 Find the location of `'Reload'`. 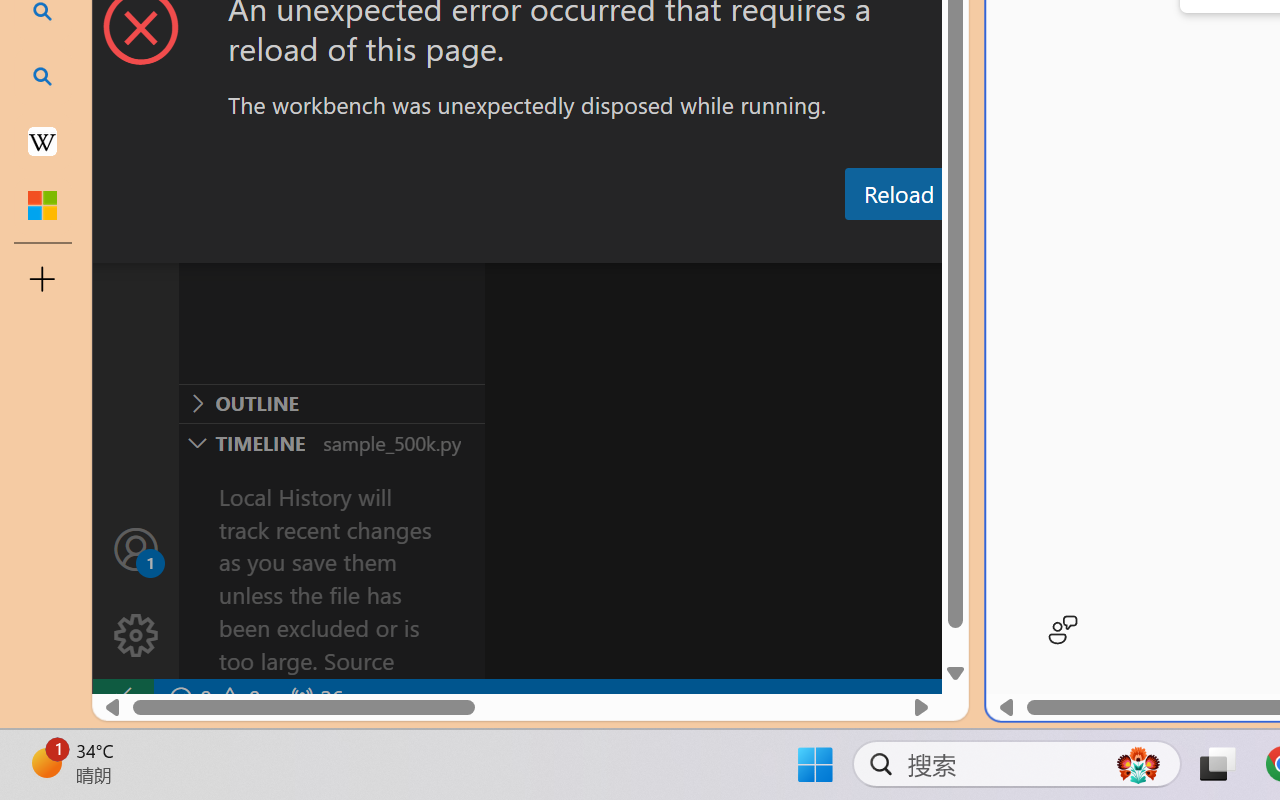

'Reload' is located at coordinates (897, 192).